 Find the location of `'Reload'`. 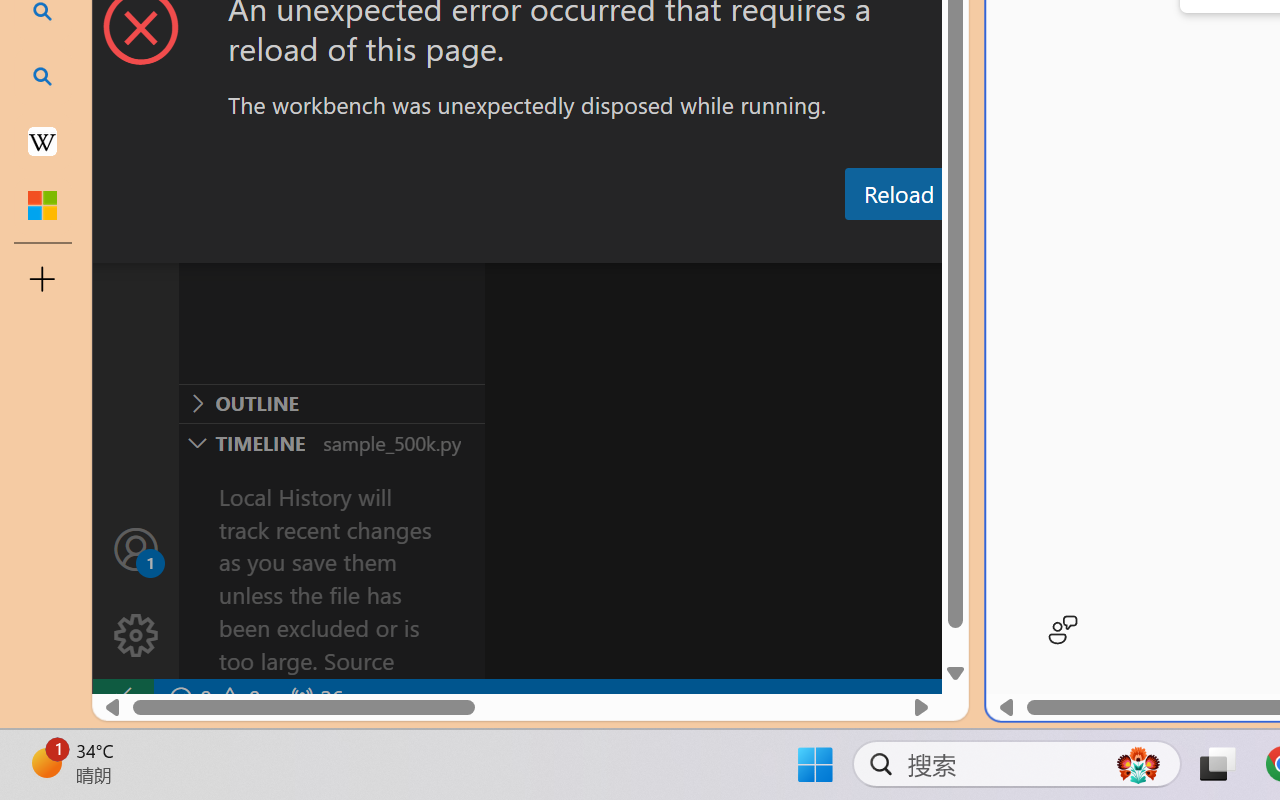

'Reload' is located at coordinates (897, 192).